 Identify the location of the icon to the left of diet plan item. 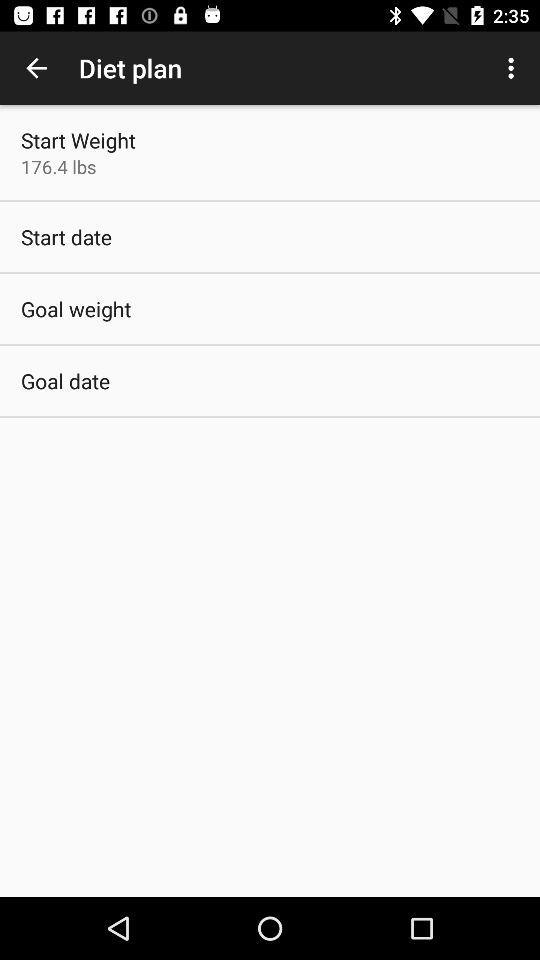
(36, 68).